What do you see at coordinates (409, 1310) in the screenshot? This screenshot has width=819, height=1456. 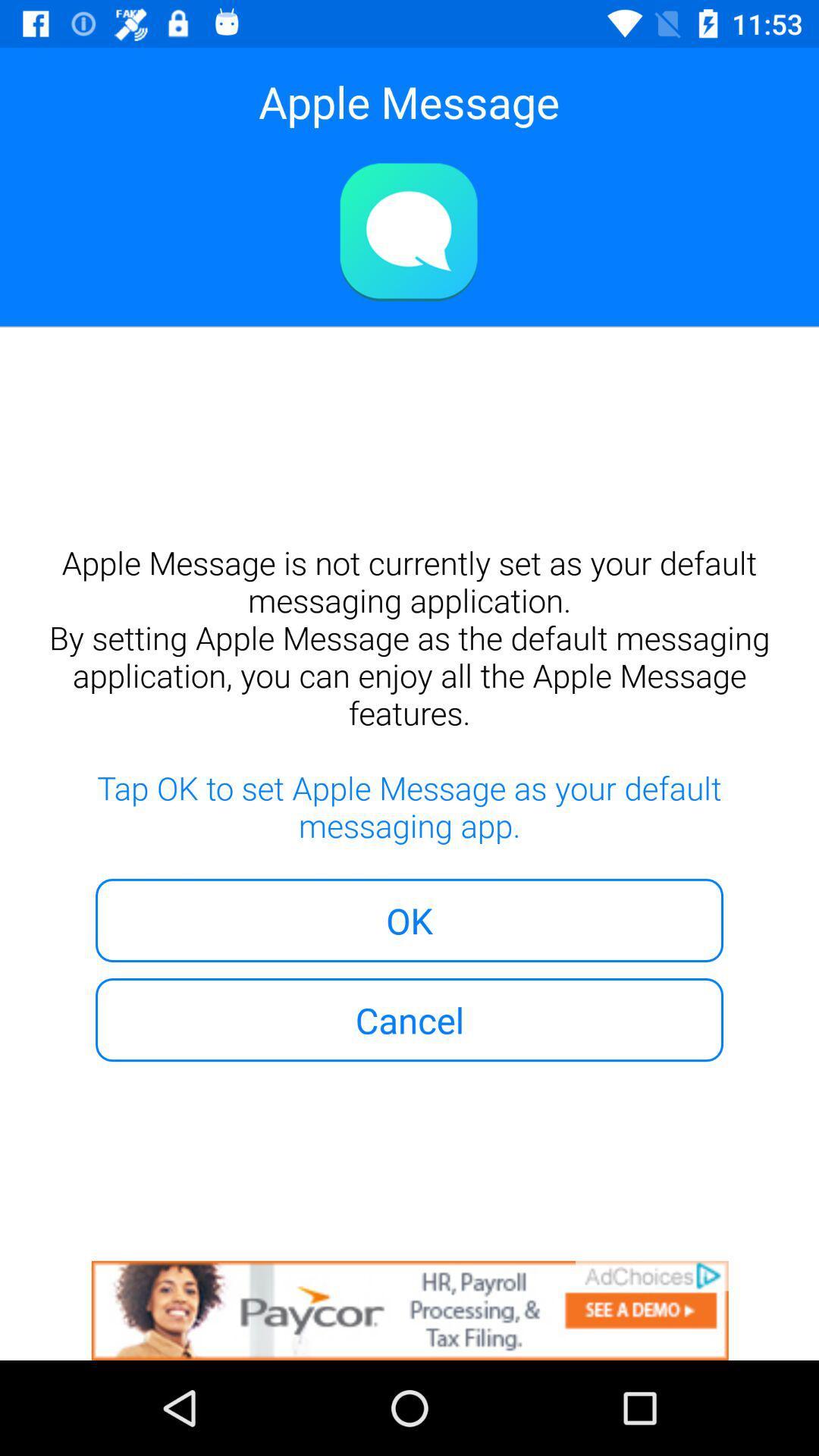 I see `the button is used to advertisement option` at bounding box center [409, 1310].